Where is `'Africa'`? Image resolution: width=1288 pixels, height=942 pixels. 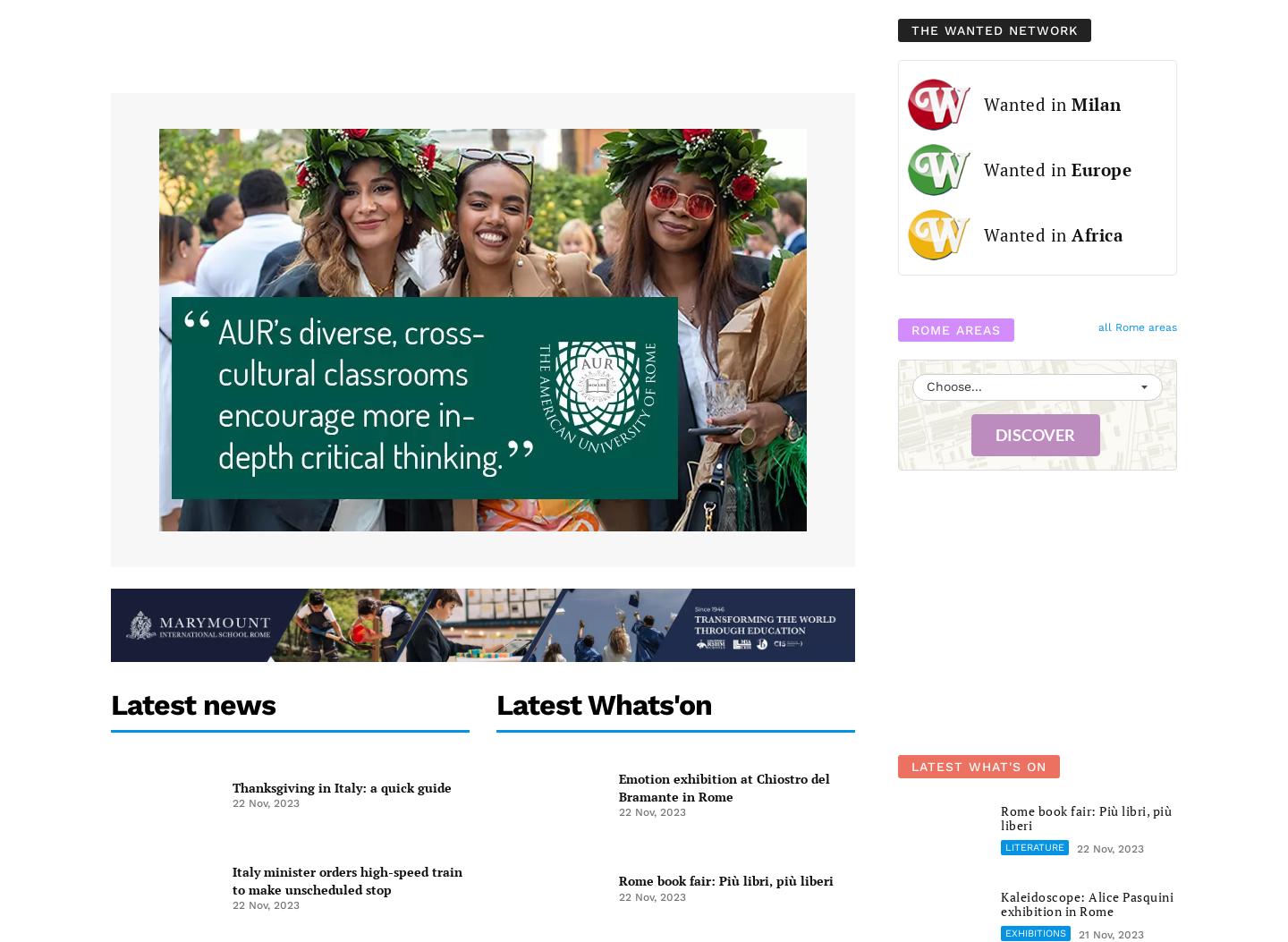
'Africa' is located at coordinates (1097, 233).